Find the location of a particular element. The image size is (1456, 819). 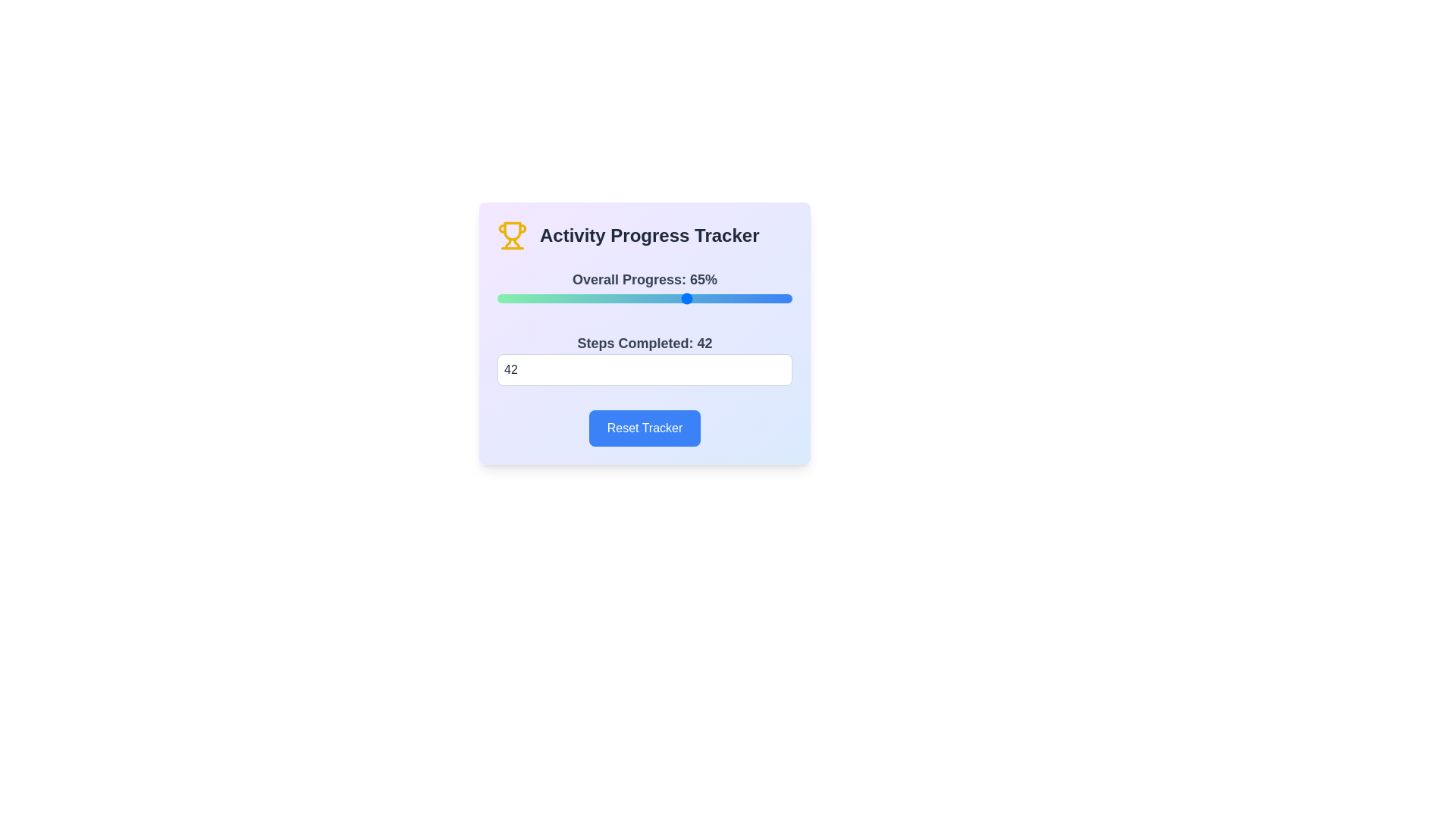

the steps completed to 55 by entering the value in the input field is located at coordinates (645, 370).